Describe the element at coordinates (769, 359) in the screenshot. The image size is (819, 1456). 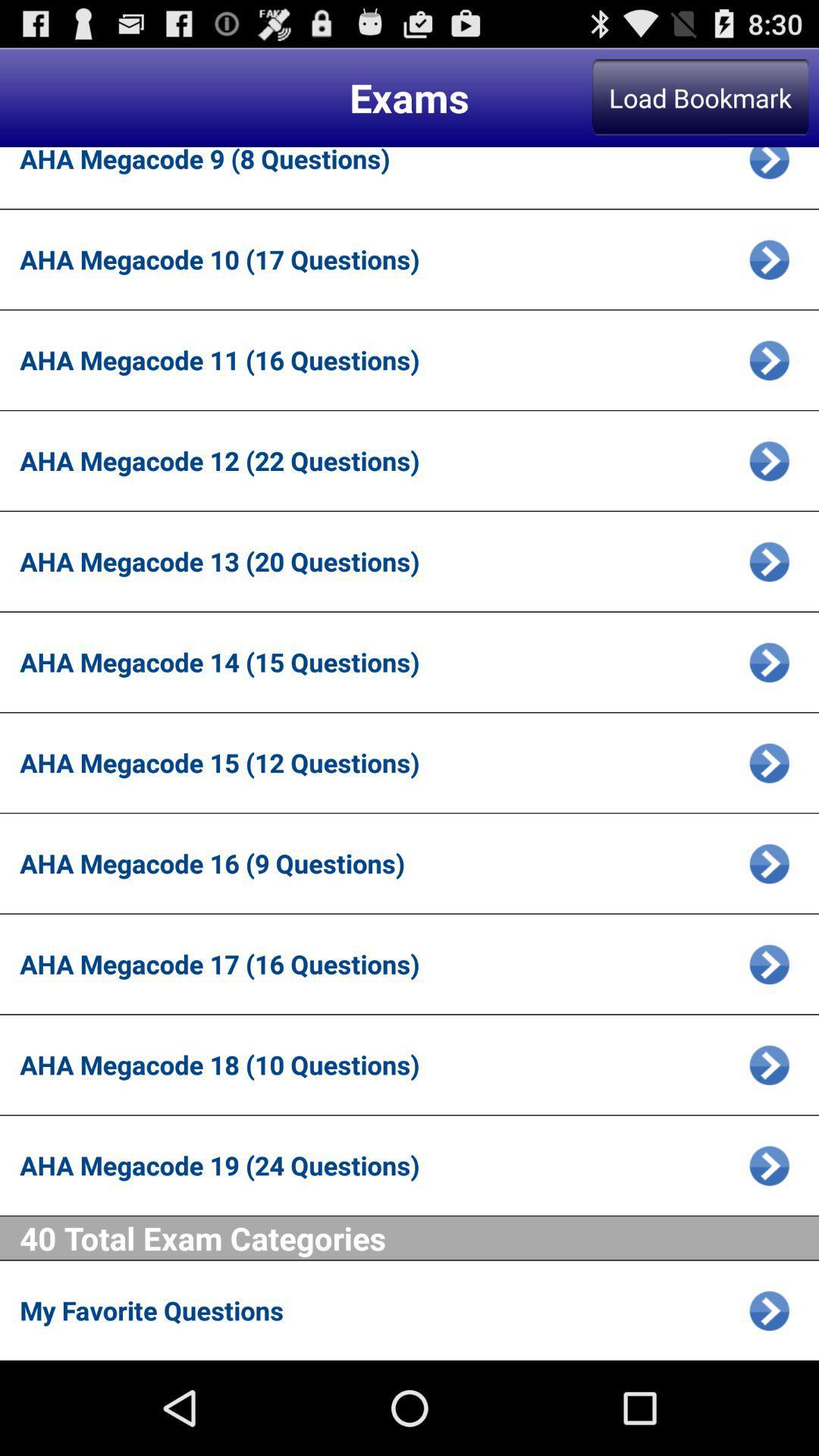
I see `more details` at that location.